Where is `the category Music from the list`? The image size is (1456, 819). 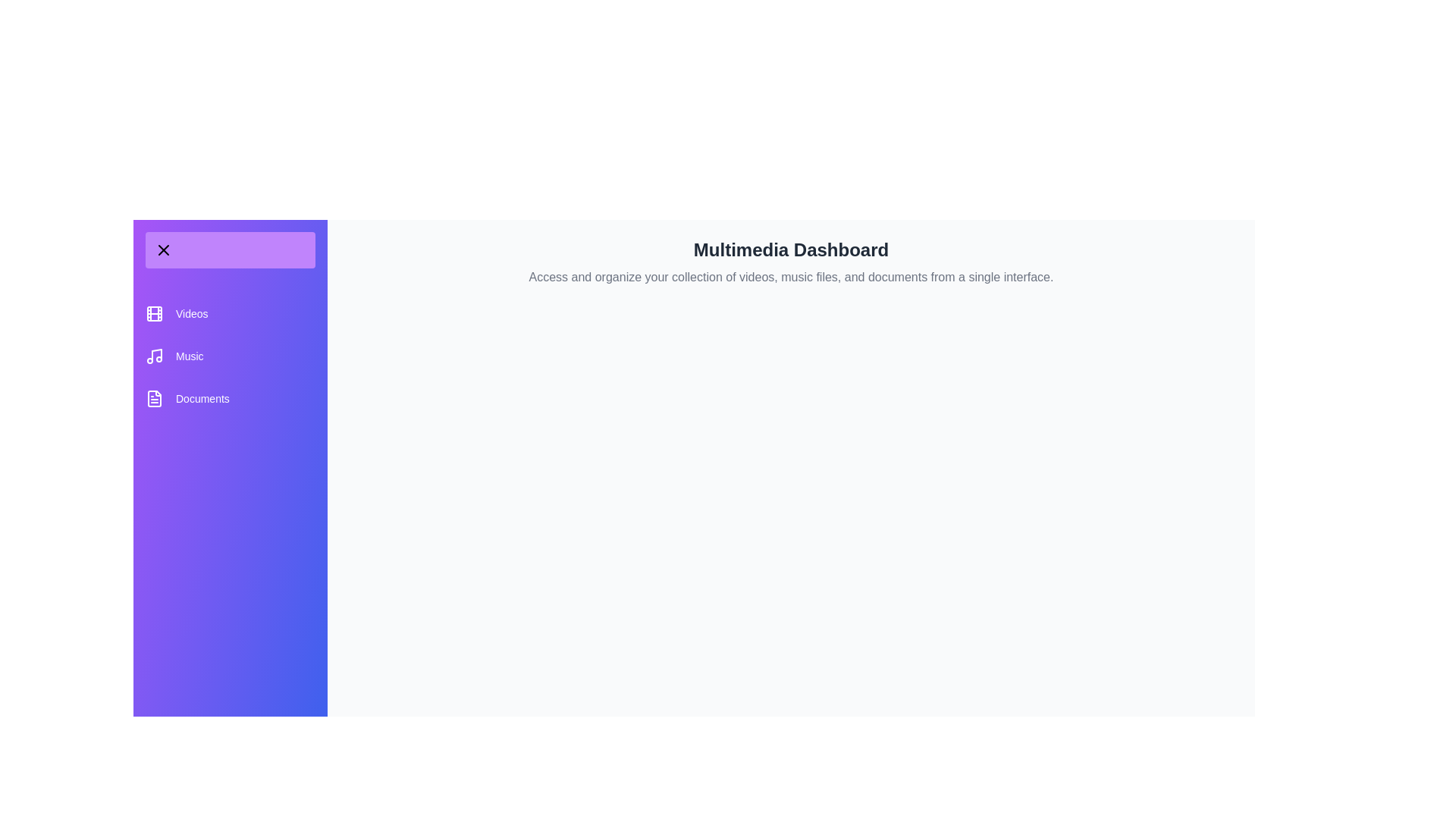
the category Music from the list is located at coordinates (229, 356).